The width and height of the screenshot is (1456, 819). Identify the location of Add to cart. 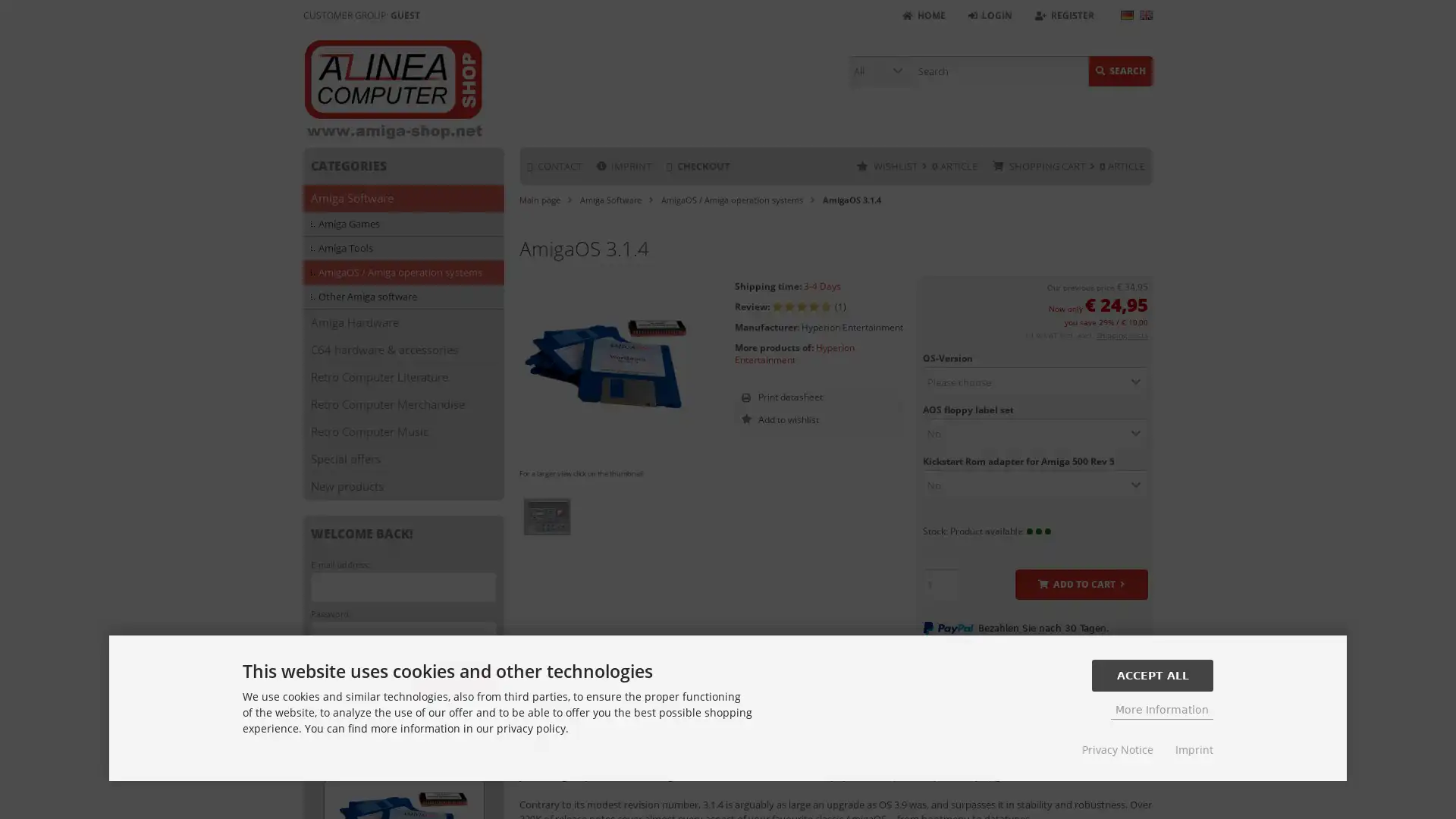
(1080, 584).